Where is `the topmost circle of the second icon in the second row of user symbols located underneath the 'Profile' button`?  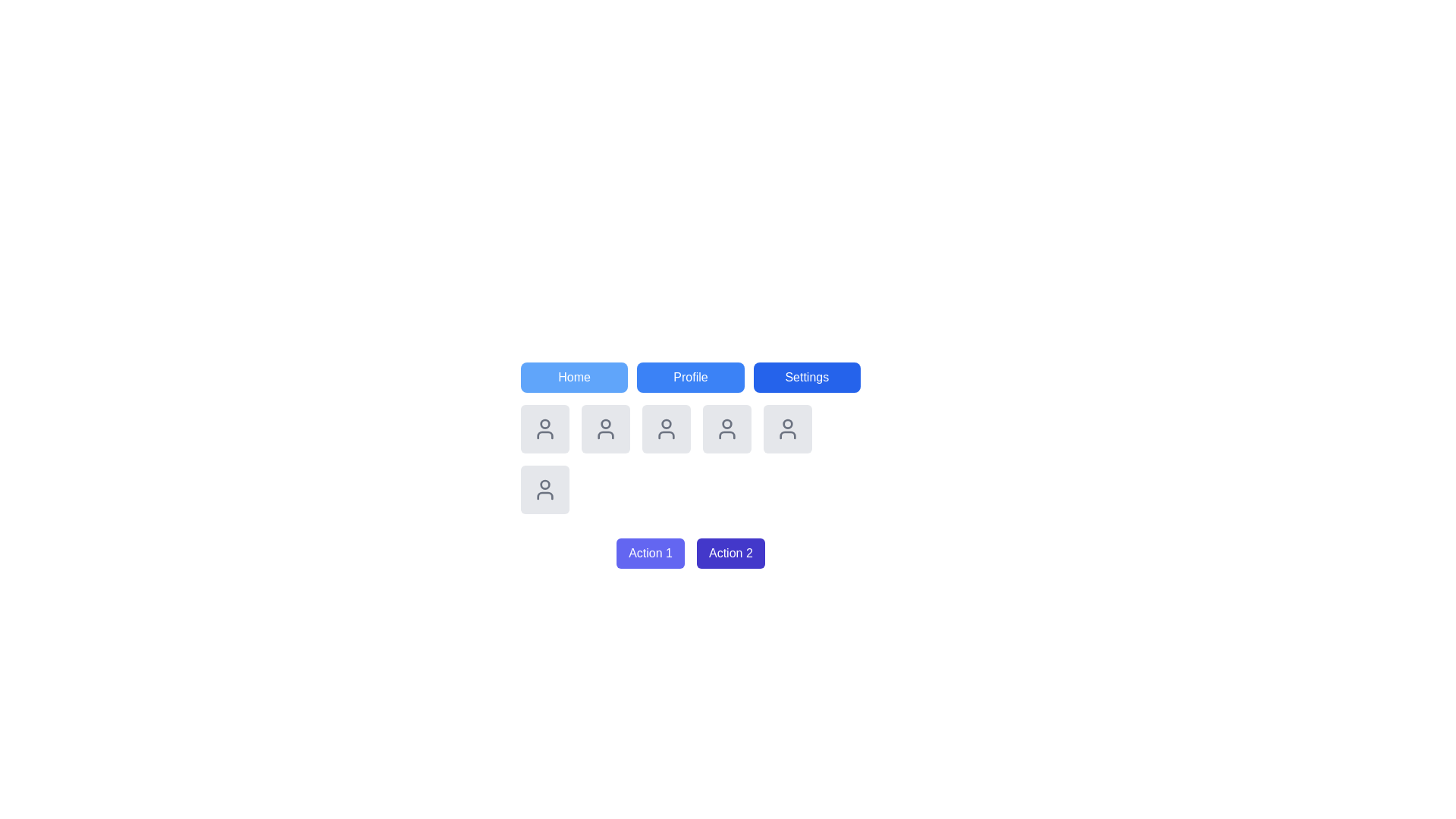
the topmost circle of the second icon in the second row of user symbols located underneath the 'Profile' button is located at coordinates (666, 424).